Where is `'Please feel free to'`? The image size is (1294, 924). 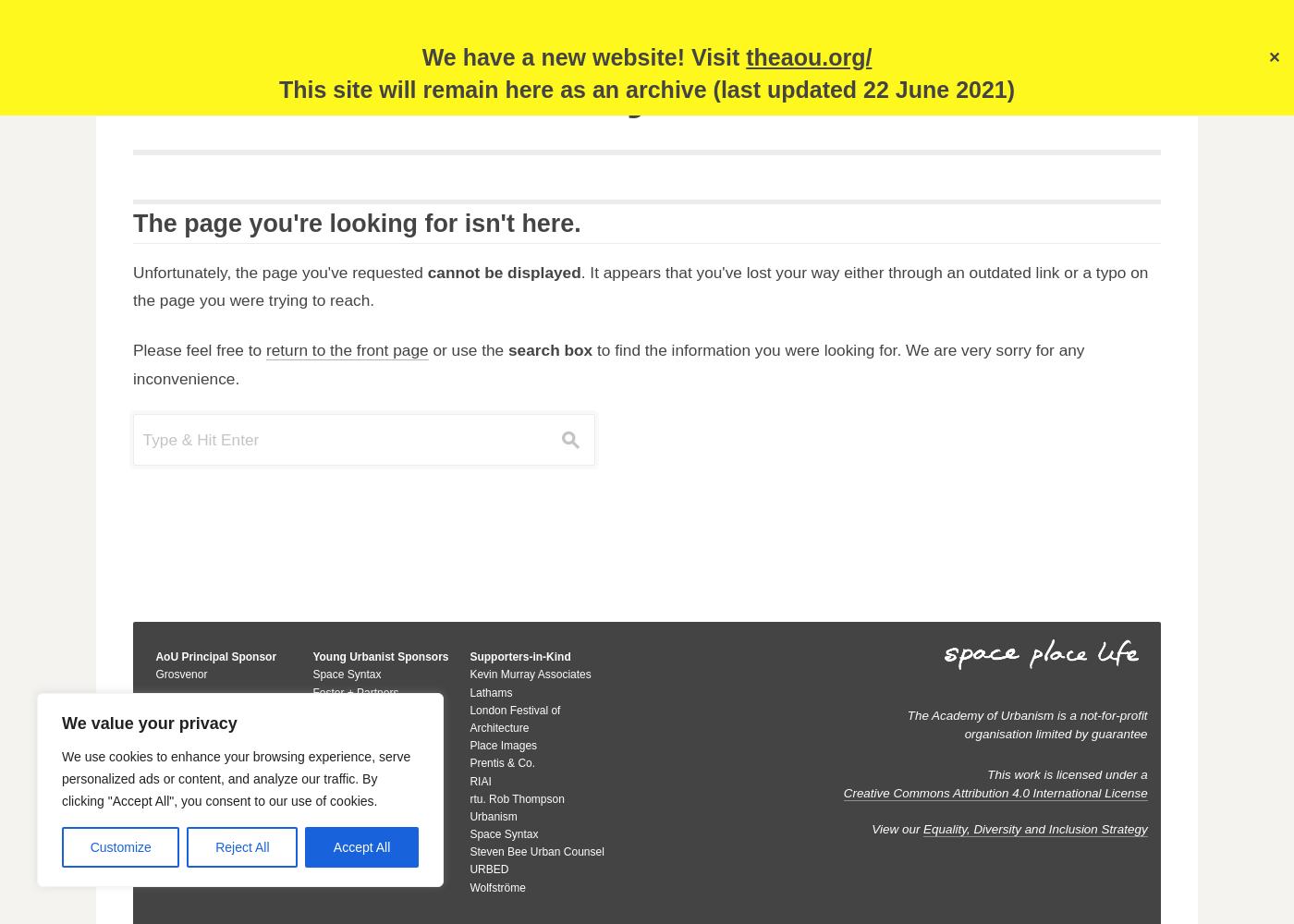
'Please feel free to' is located at coordinates (199, 350).